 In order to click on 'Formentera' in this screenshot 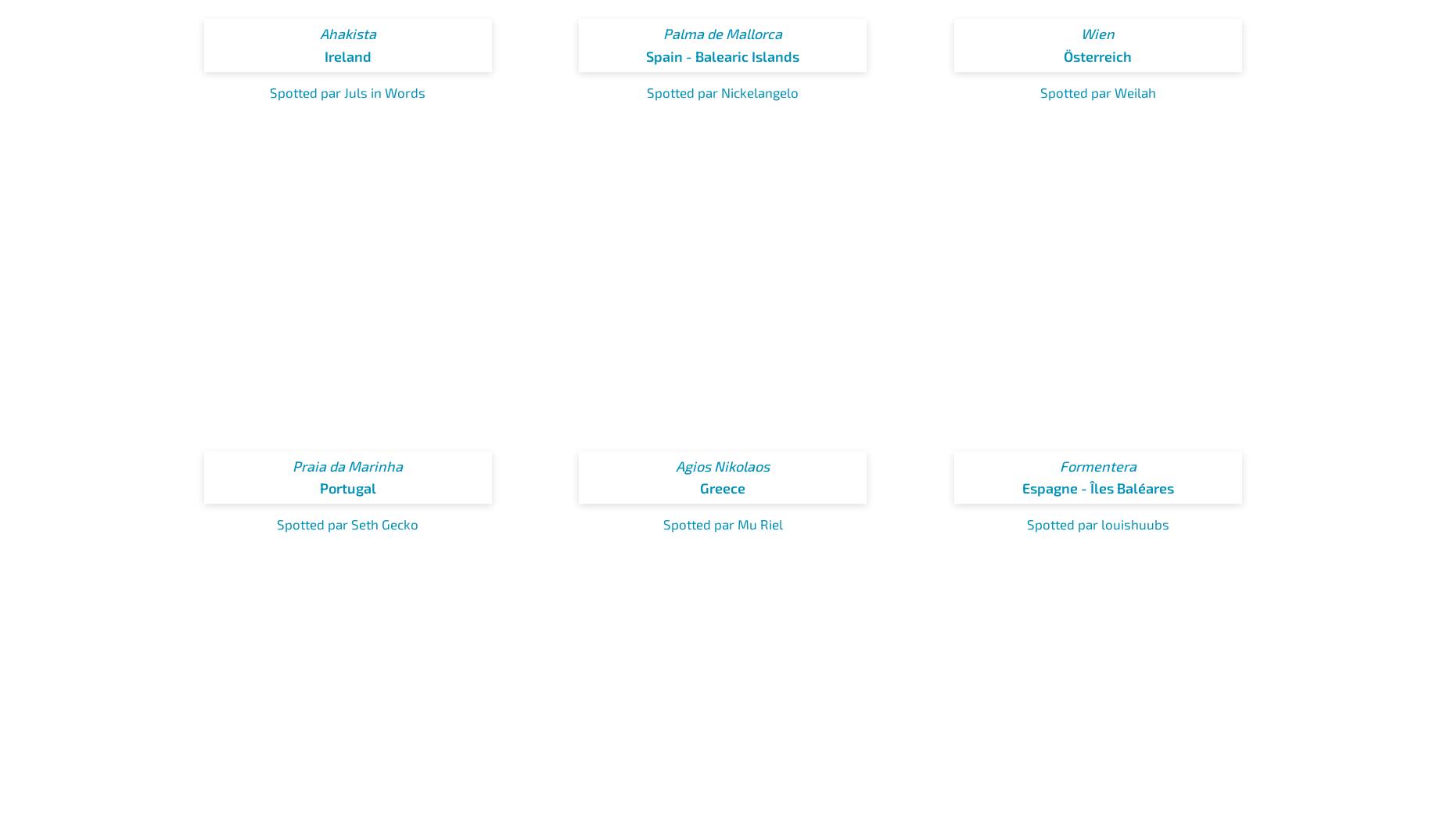, I will do `click(1097, 465)`.